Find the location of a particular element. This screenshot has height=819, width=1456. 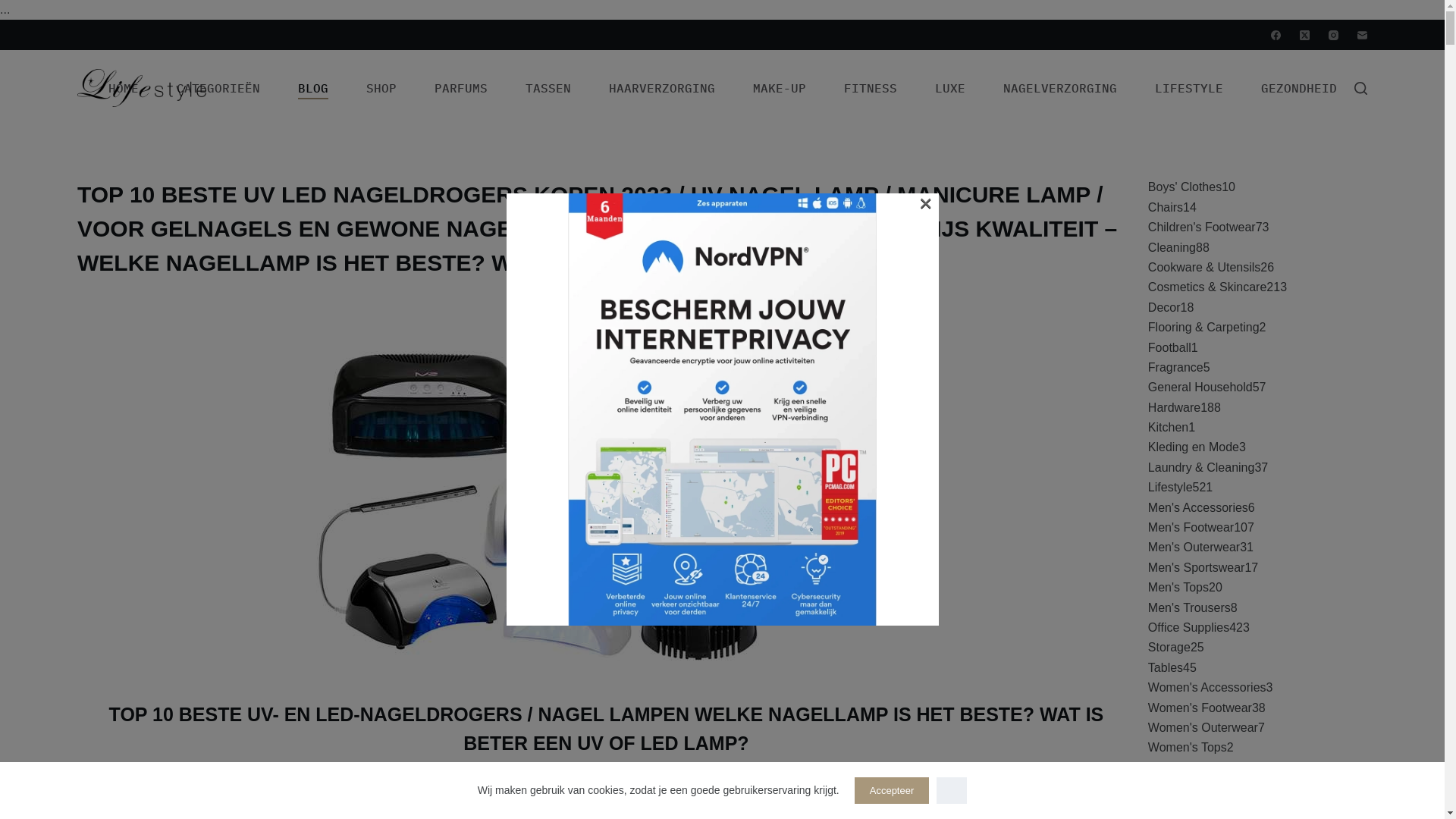

'Men's Sportswear' is located at coordinates (1196, 567).